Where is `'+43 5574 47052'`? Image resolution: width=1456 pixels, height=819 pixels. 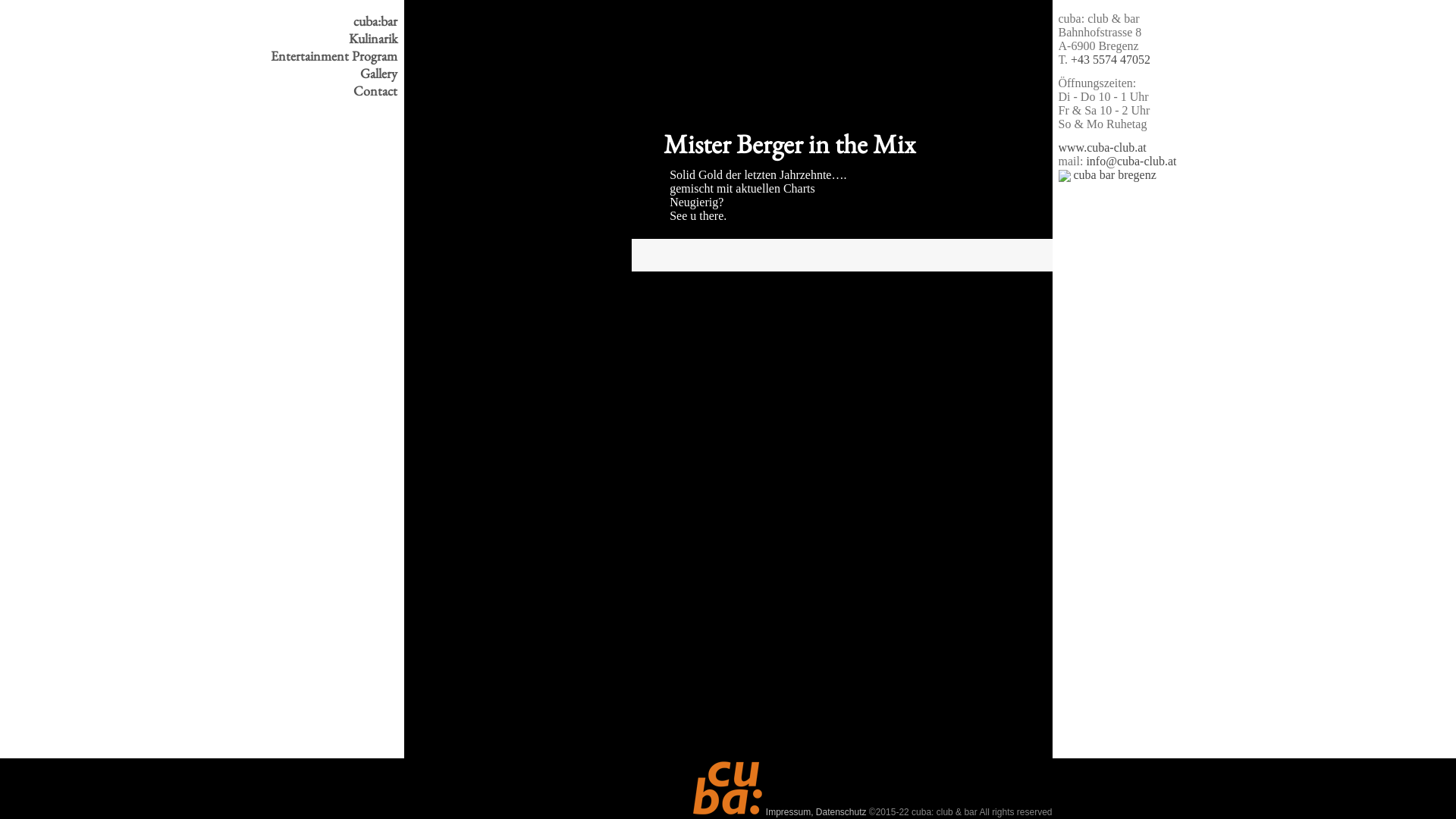
'+43 5574 47052' is located at coordinates (1069, 58).